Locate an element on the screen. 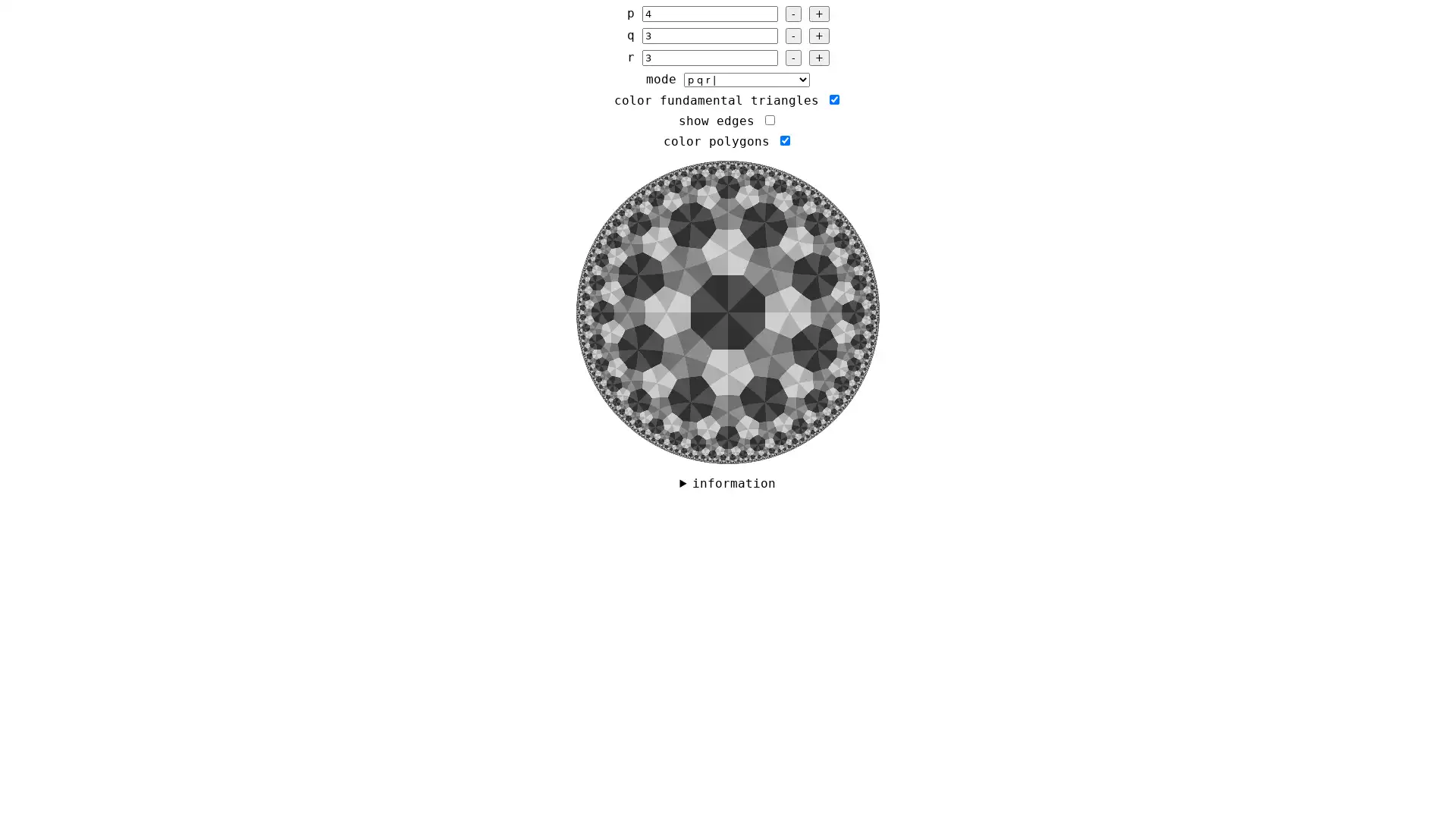 The width and height of the screenshot is (1456, 819). - is located at coordinates (792, 57).